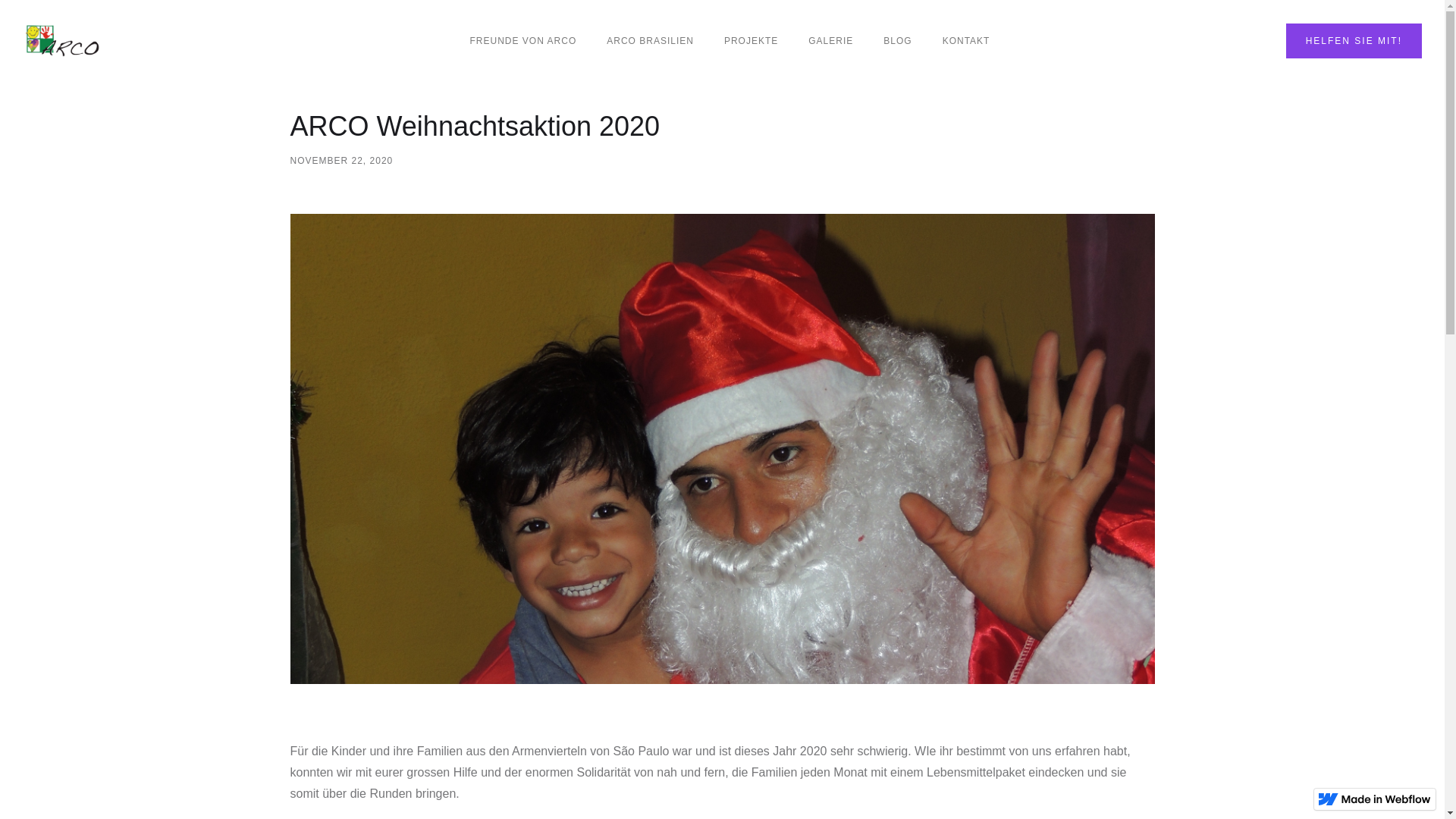  I want to click on 'HELFEN SIE MIT!', so click(1354, 40).